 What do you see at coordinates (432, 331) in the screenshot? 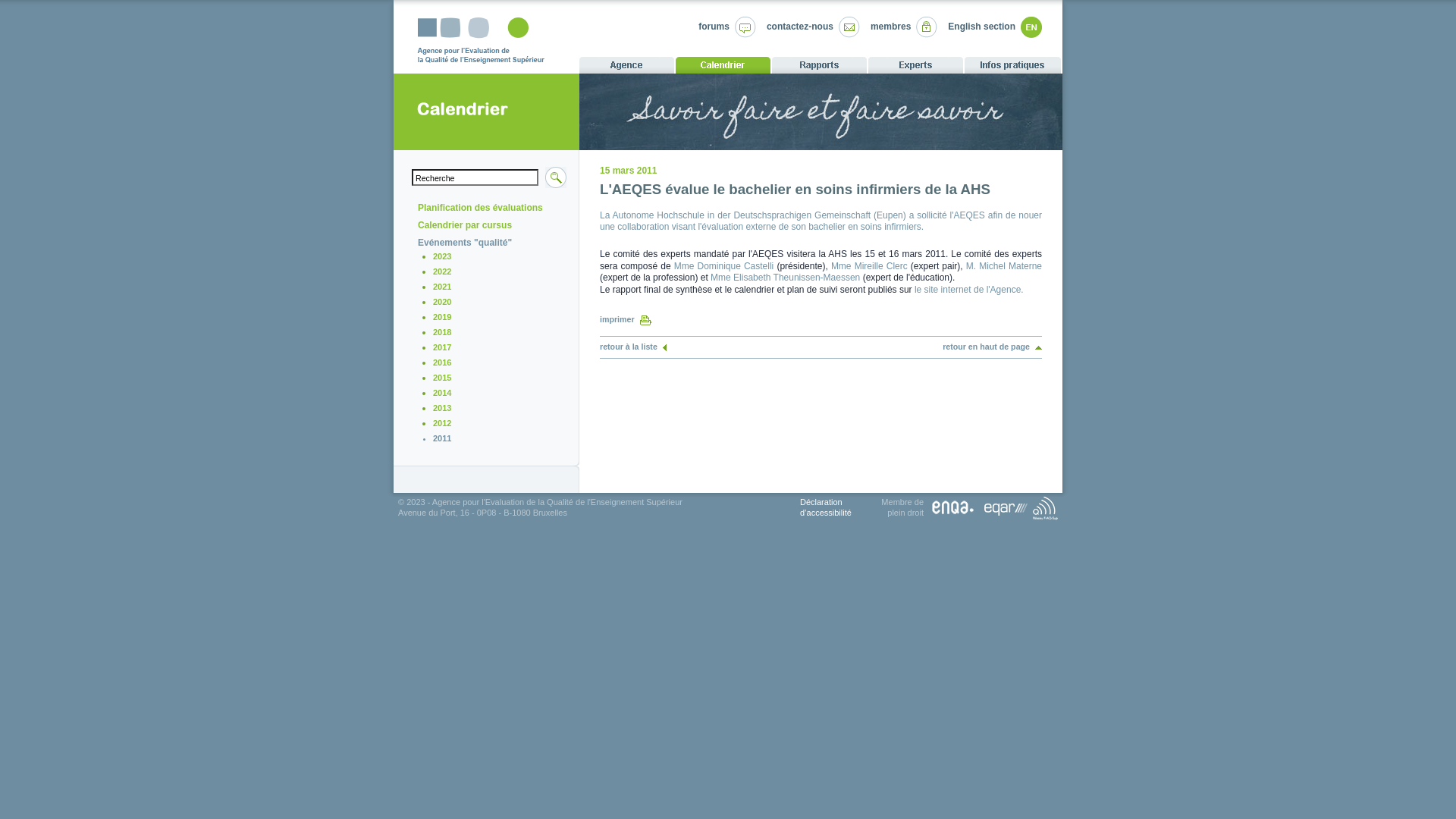
I see `'2018'` at bounding box center [432, 331].